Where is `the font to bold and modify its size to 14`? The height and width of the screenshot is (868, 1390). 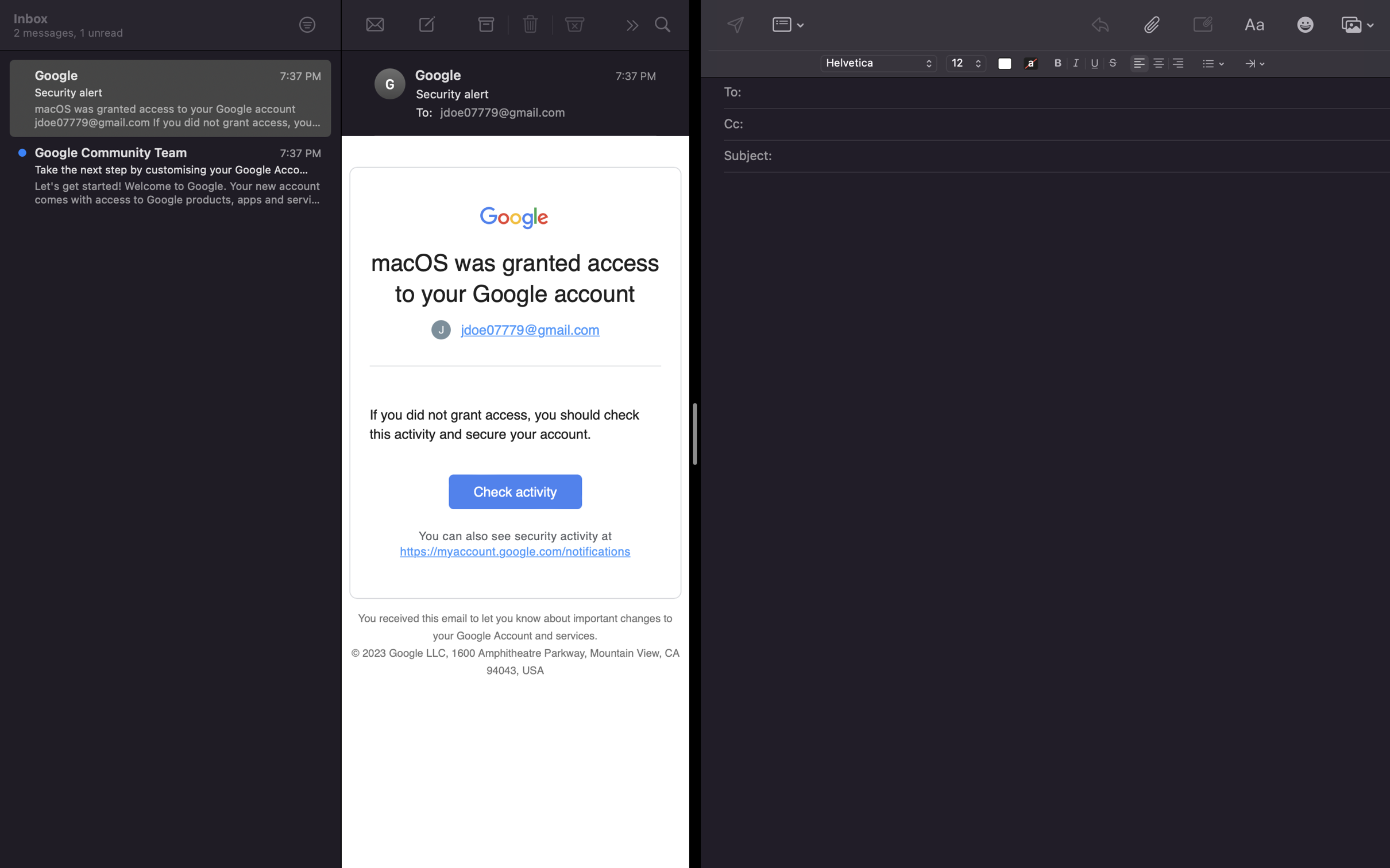 the font to bold and modify its size to 14 is located at coordinates (1058, 62).